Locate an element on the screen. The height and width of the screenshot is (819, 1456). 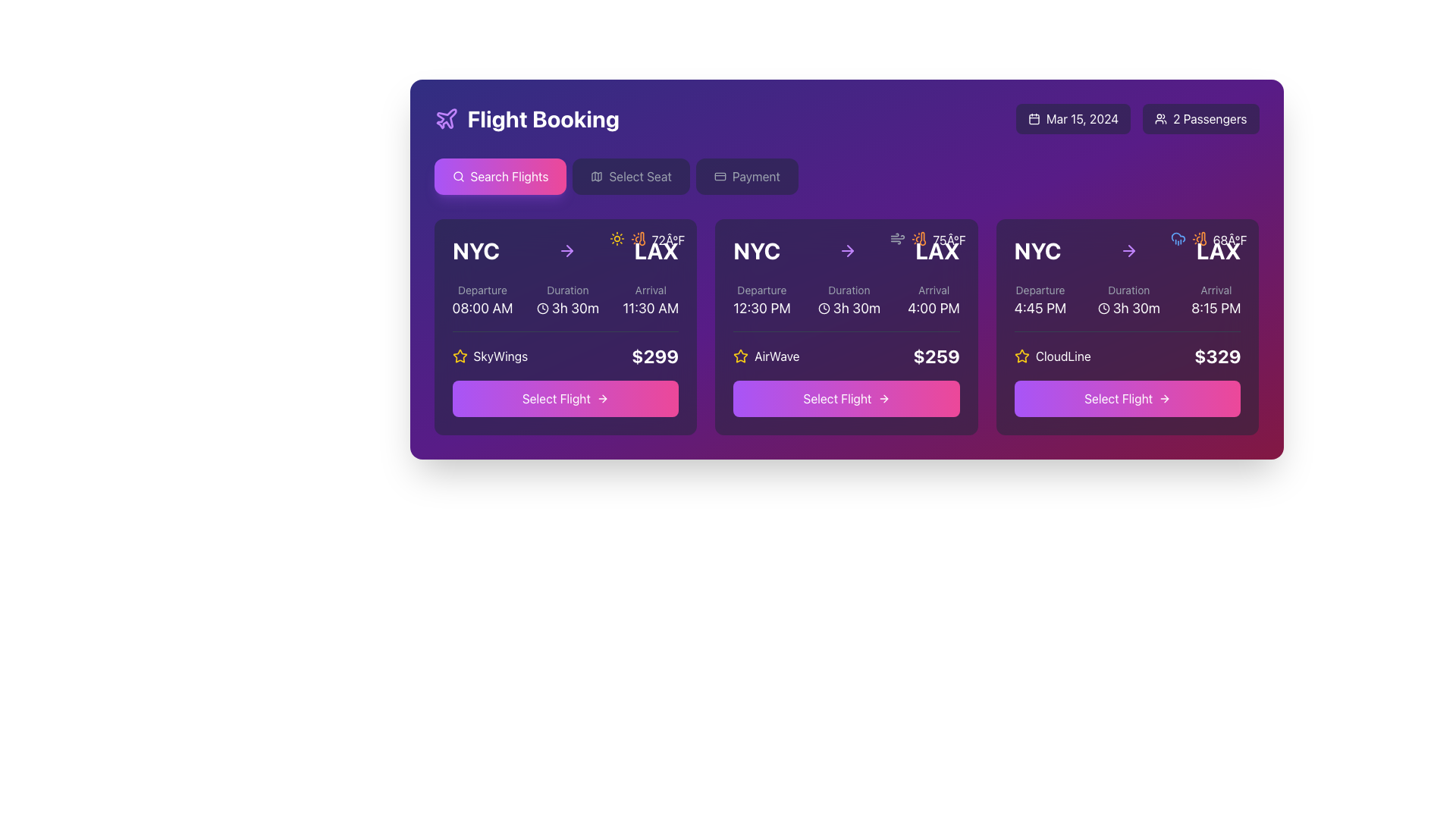
the button displaying the text 'Mar 15, 2024' is located at coordinates (1072, 118).